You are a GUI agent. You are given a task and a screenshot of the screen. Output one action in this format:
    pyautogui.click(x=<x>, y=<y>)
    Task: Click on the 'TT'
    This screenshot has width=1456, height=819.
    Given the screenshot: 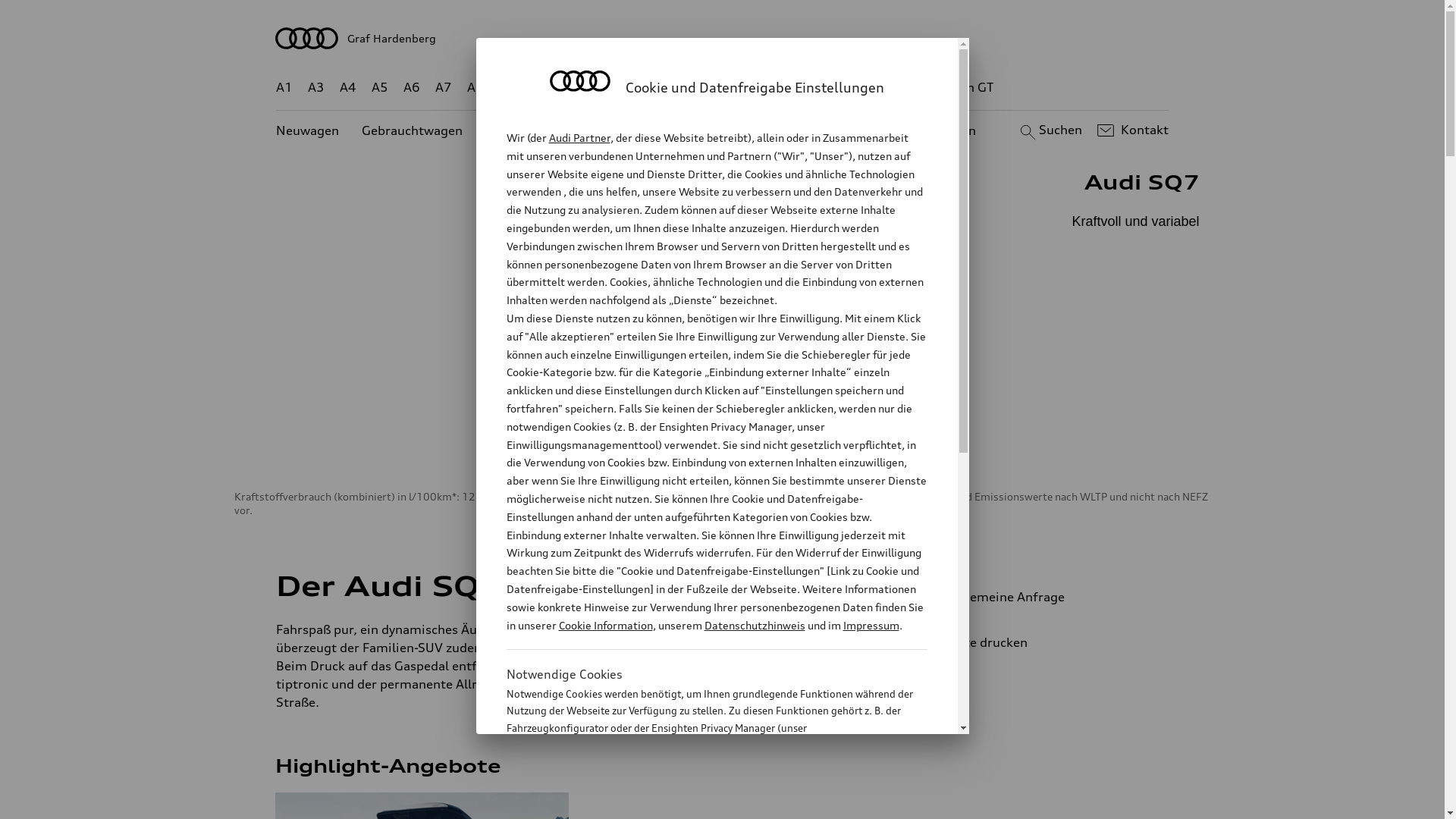 What is the action you would take?
    pyautogui.click(x=814, y=87)
    